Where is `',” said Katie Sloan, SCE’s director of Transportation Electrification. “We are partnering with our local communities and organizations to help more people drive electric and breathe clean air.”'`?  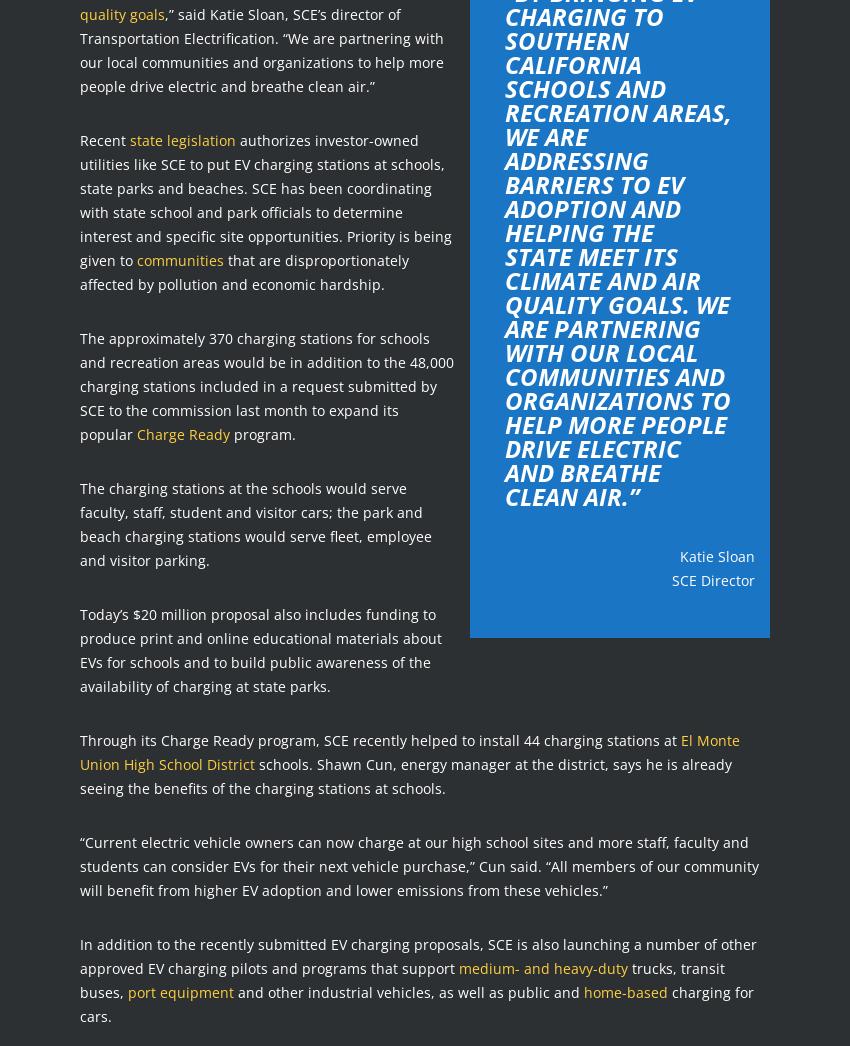 ',” said Katie Sloan, SCE’s director of Transportation Electrification. “We are partnering with our local communities and organizations to help more people drive electric and breathe clean air.”' is located at coordinates (260, 48).